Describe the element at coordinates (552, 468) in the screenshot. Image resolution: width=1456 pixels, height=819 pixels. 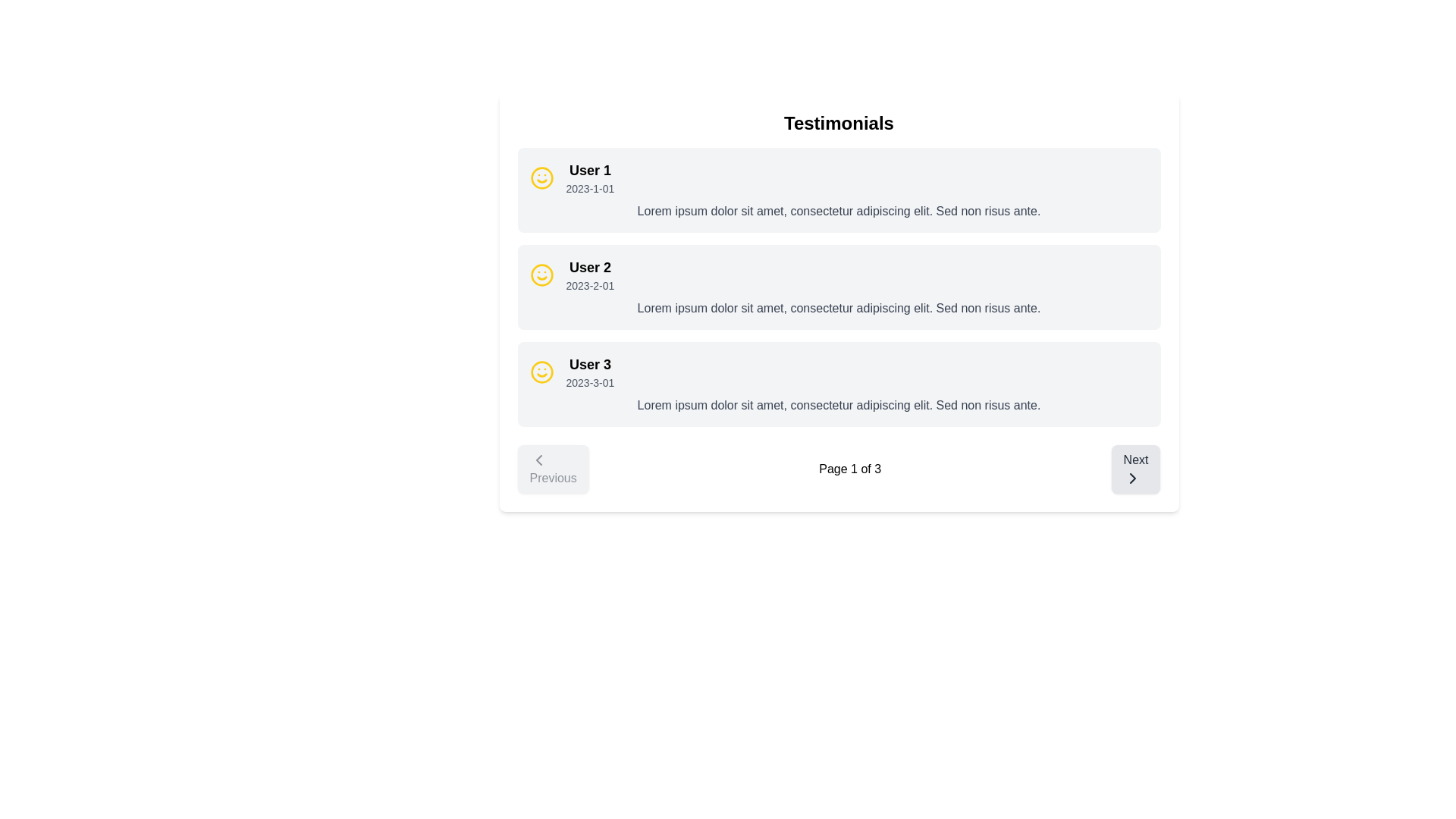
I see `the 'Previous' button, which is a rounded rectangular button with a light gray background, located at the bottom of the testimonials section` at that location.